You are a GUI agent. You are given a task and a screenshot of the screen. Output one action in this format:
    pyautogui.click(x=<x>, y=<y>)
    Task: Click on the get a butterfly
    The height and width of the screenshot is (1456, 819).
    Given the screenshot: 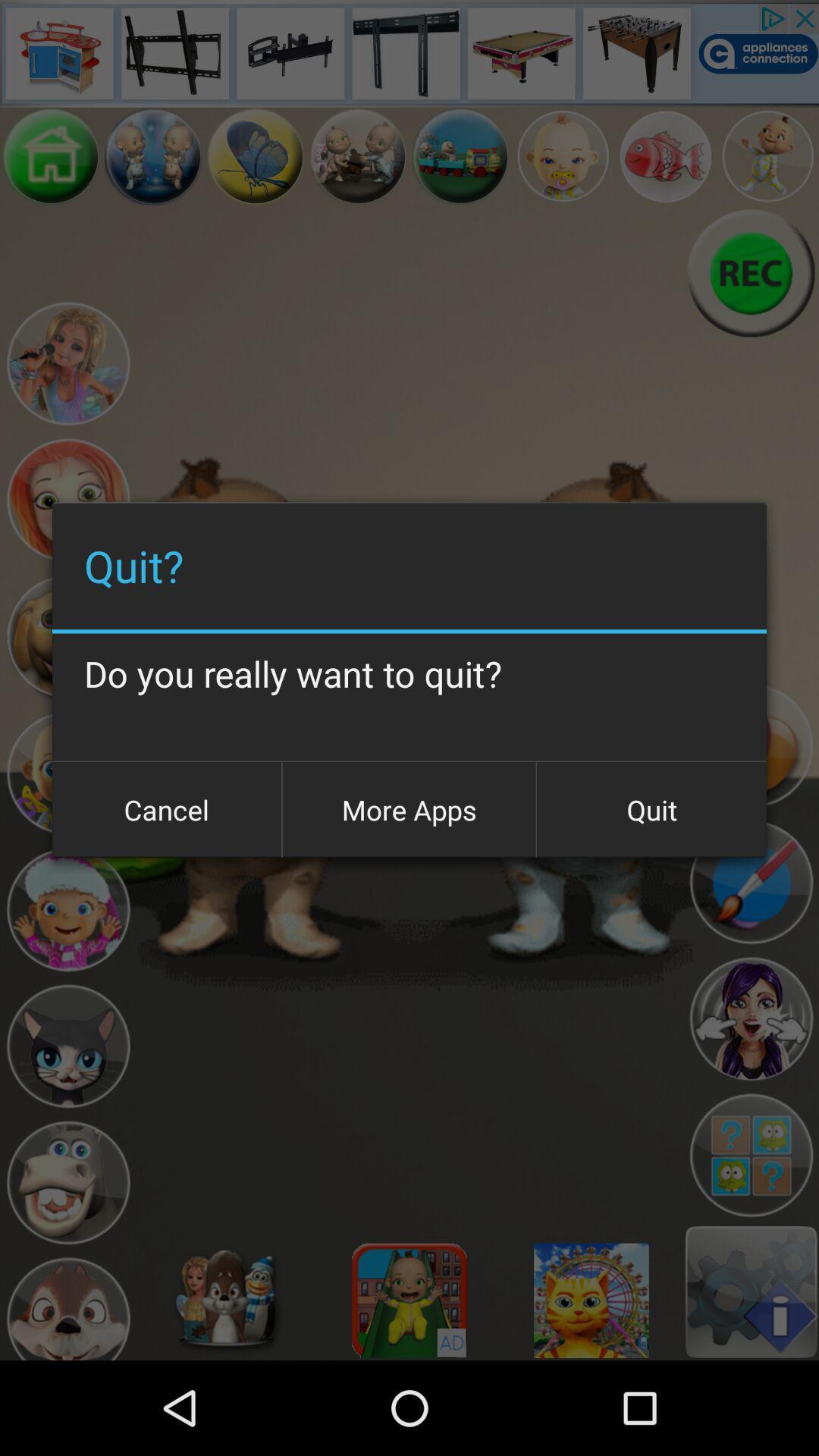 What is the action you would take?
    pyautogui.click(x=255, y=156)
    